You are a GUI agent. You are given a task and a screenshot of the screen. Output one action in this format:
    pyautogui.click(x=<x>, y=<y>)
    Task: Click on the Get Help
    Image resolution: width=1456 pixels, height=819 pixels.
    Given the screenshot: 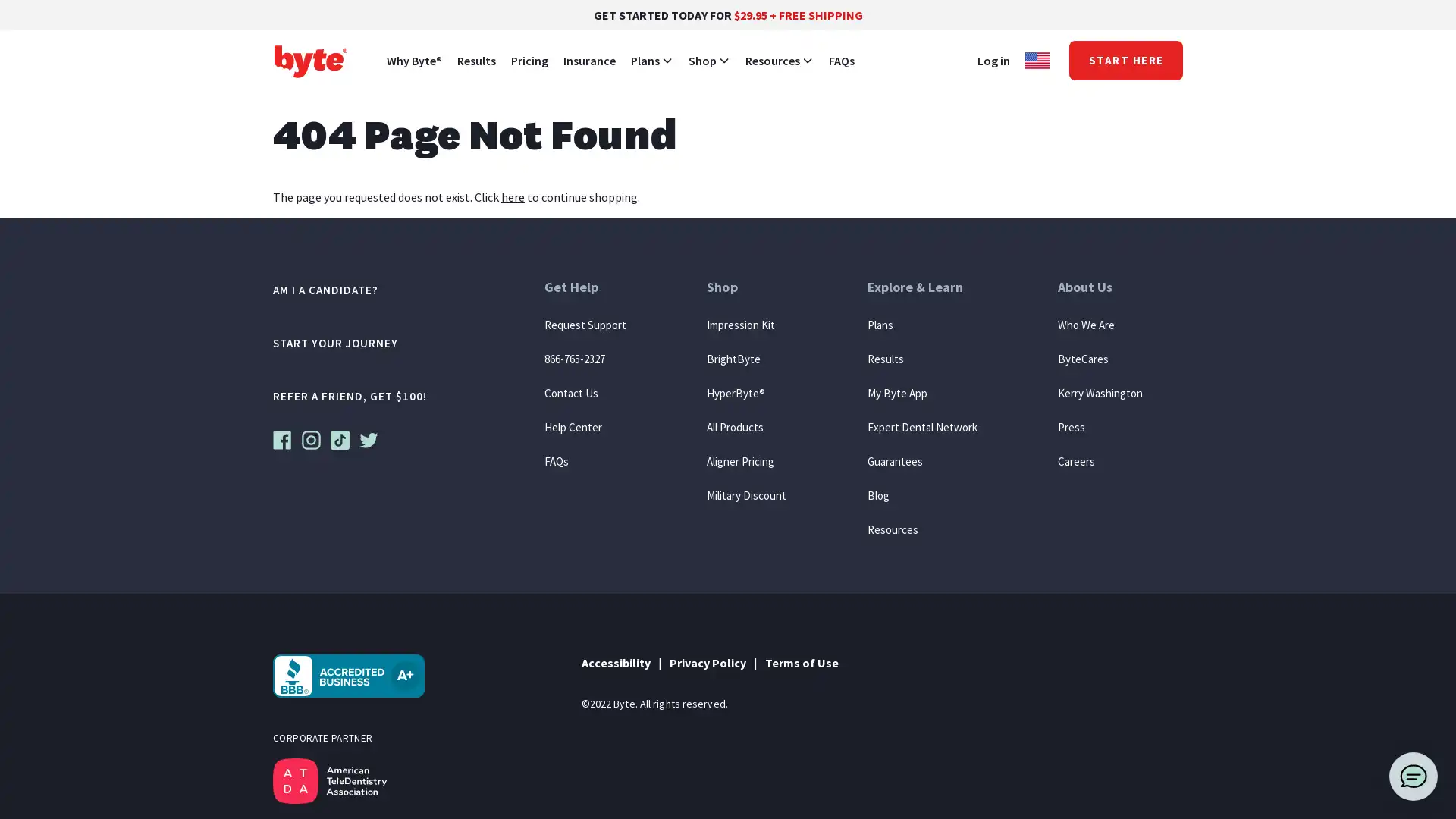 What is the action you would take?
    pyautogui.click(x=585, y=296)
    